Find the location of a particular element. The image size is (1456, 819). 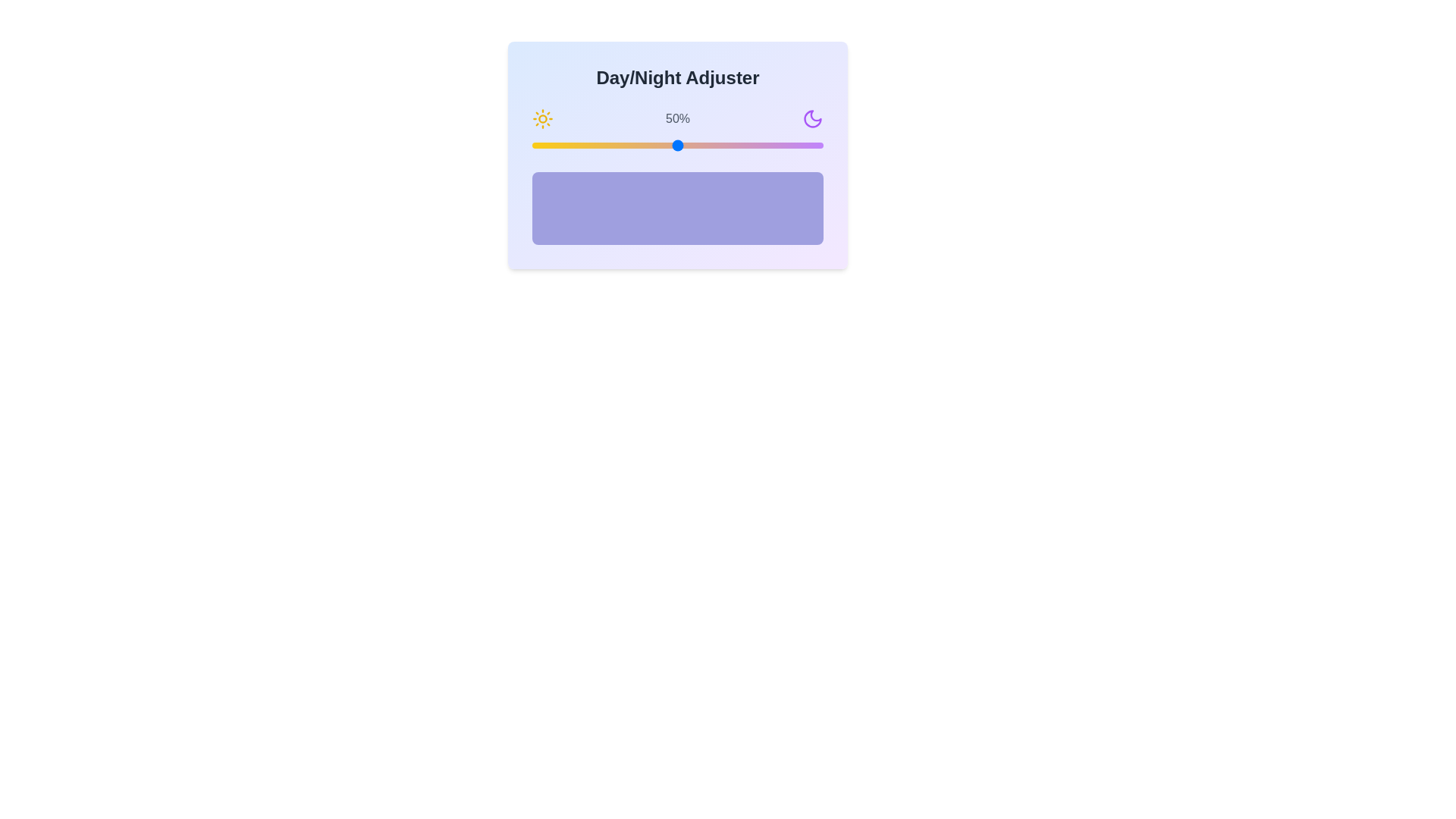

the day/night slider to 96% is located at coordinates (811, 146).